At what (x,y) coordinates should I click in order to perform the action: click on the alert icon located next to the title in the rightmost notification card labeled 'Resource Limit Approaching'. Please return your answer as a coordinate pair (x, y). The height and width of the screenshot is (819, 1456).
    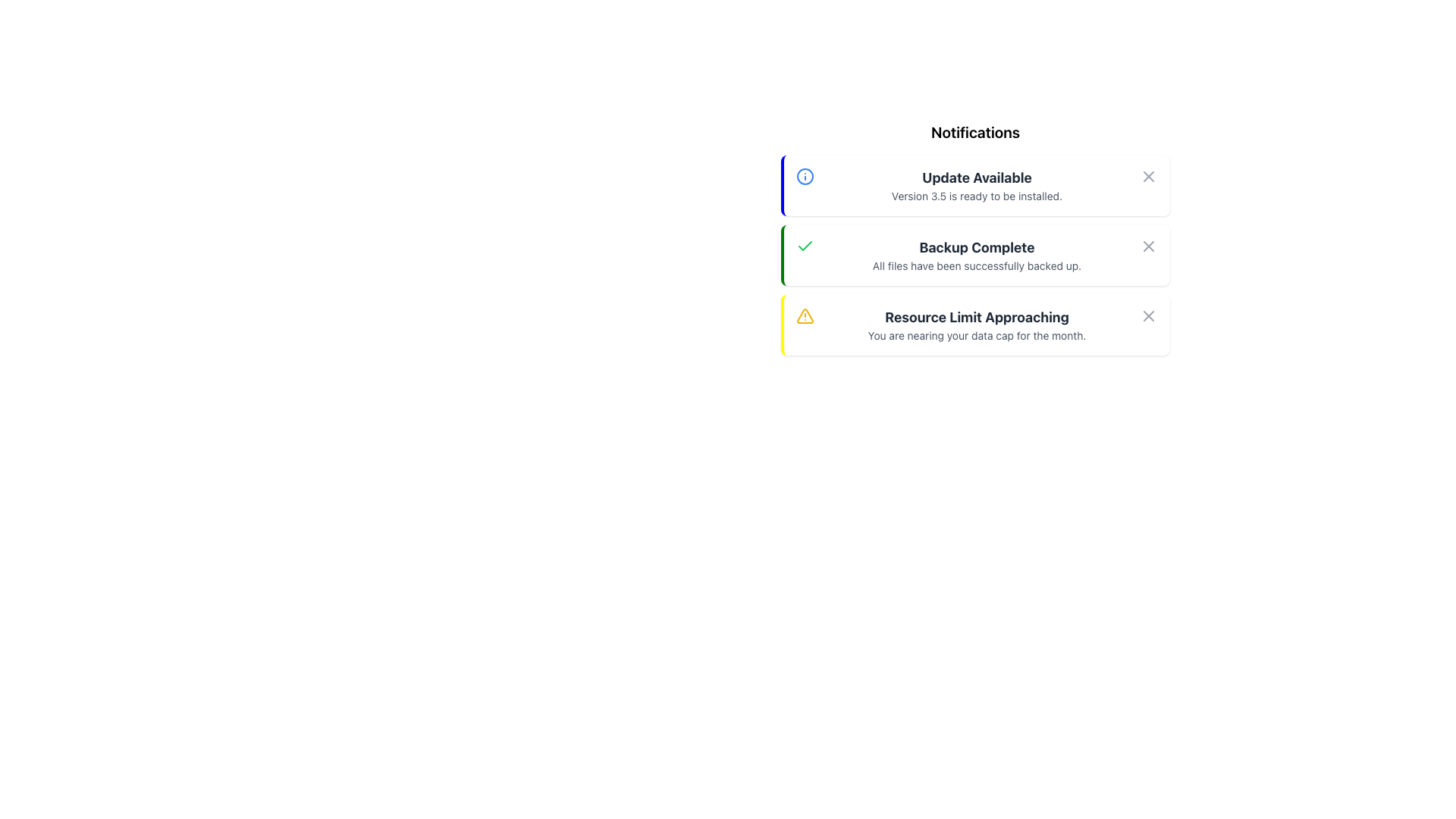
    Looking at the image, I should click on (804, 315).